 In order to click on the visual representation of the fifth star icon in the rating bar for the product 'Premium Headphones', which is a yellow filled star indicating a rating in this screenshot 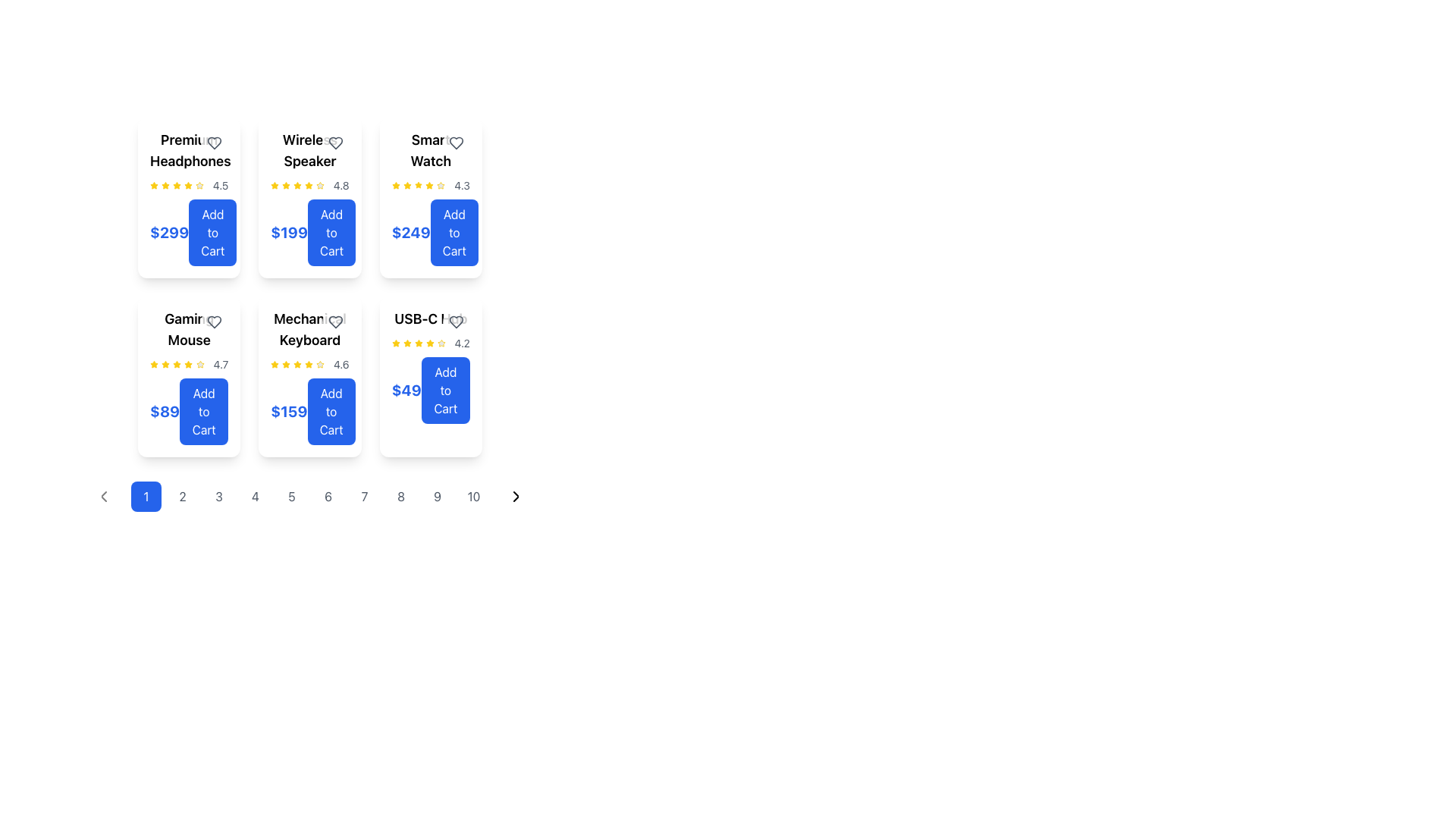, I will do `click(187, 185)`.